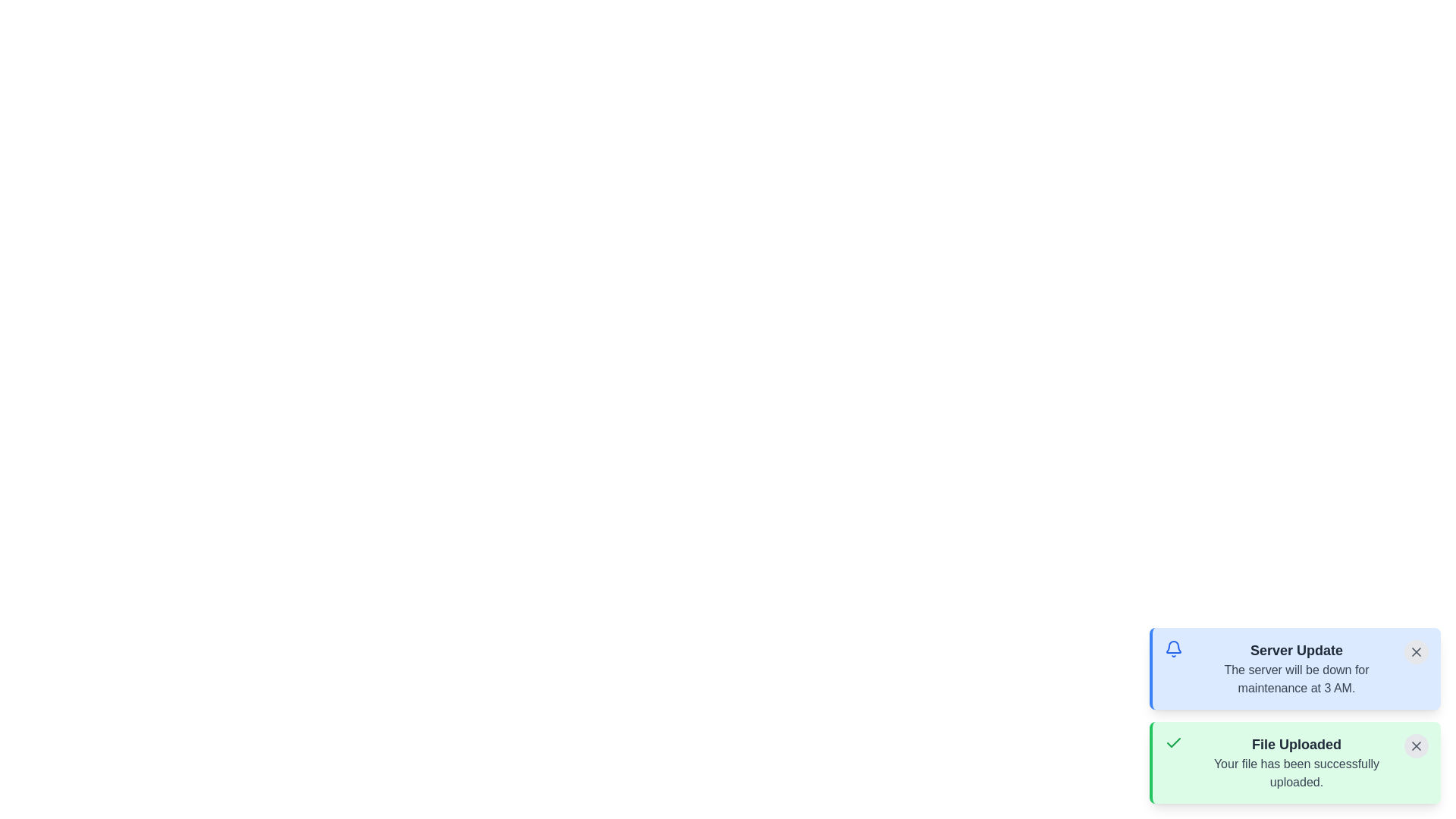  Describe the element at coordinates (1173, 647) in the screenshot. I see `the context of the bell-shaped vector graphic icon indicating notifications within the 'Server Update' notification card located at the right-bottom area of the interface` at that location.